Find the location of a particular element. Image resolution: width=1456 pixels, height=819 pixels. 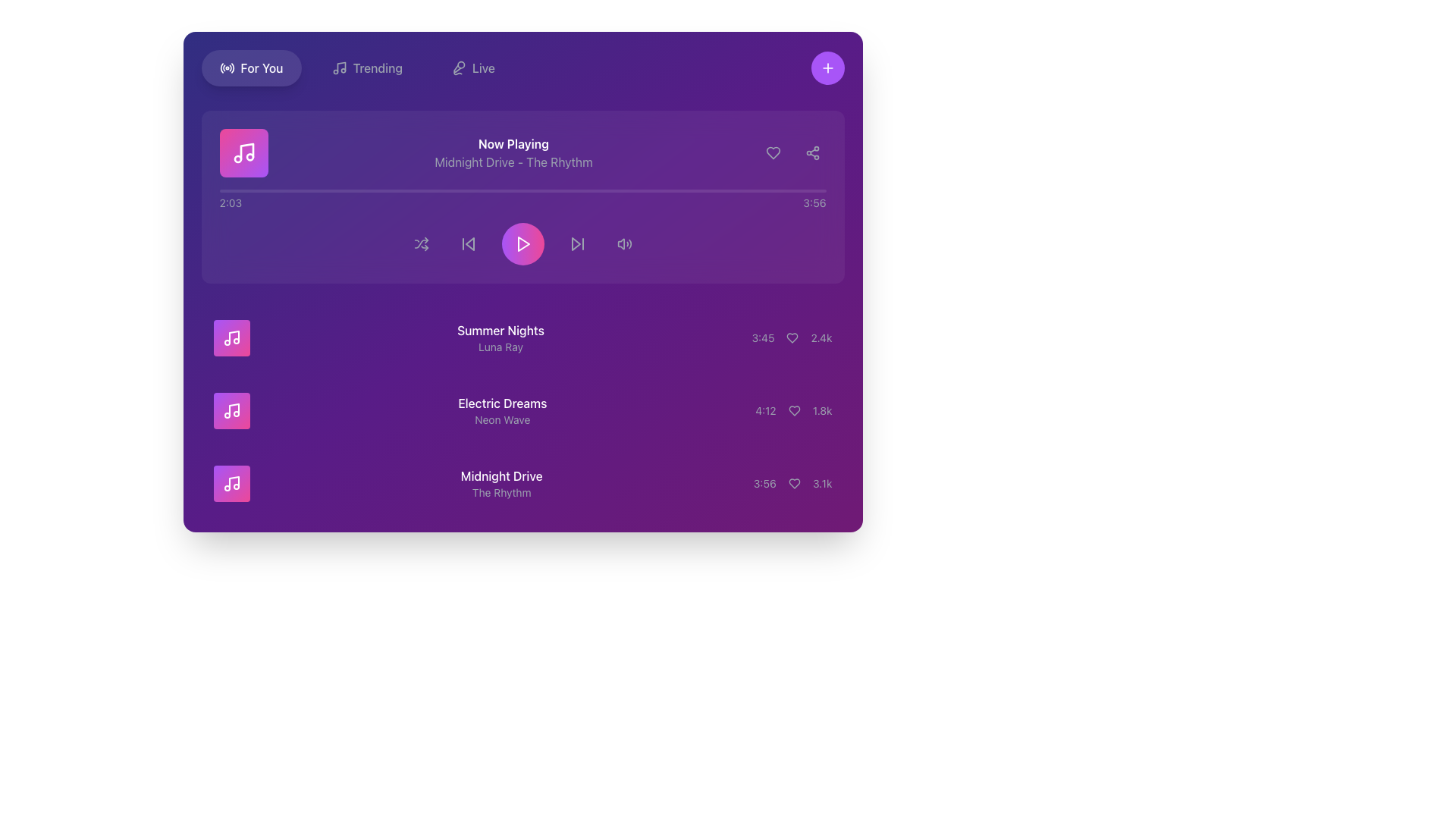

the list item entry featuring 'Electric Dreams' with a musical note icon and song details including duration '4:12' and like count '1.8k' is located at coordinates (522, 411).